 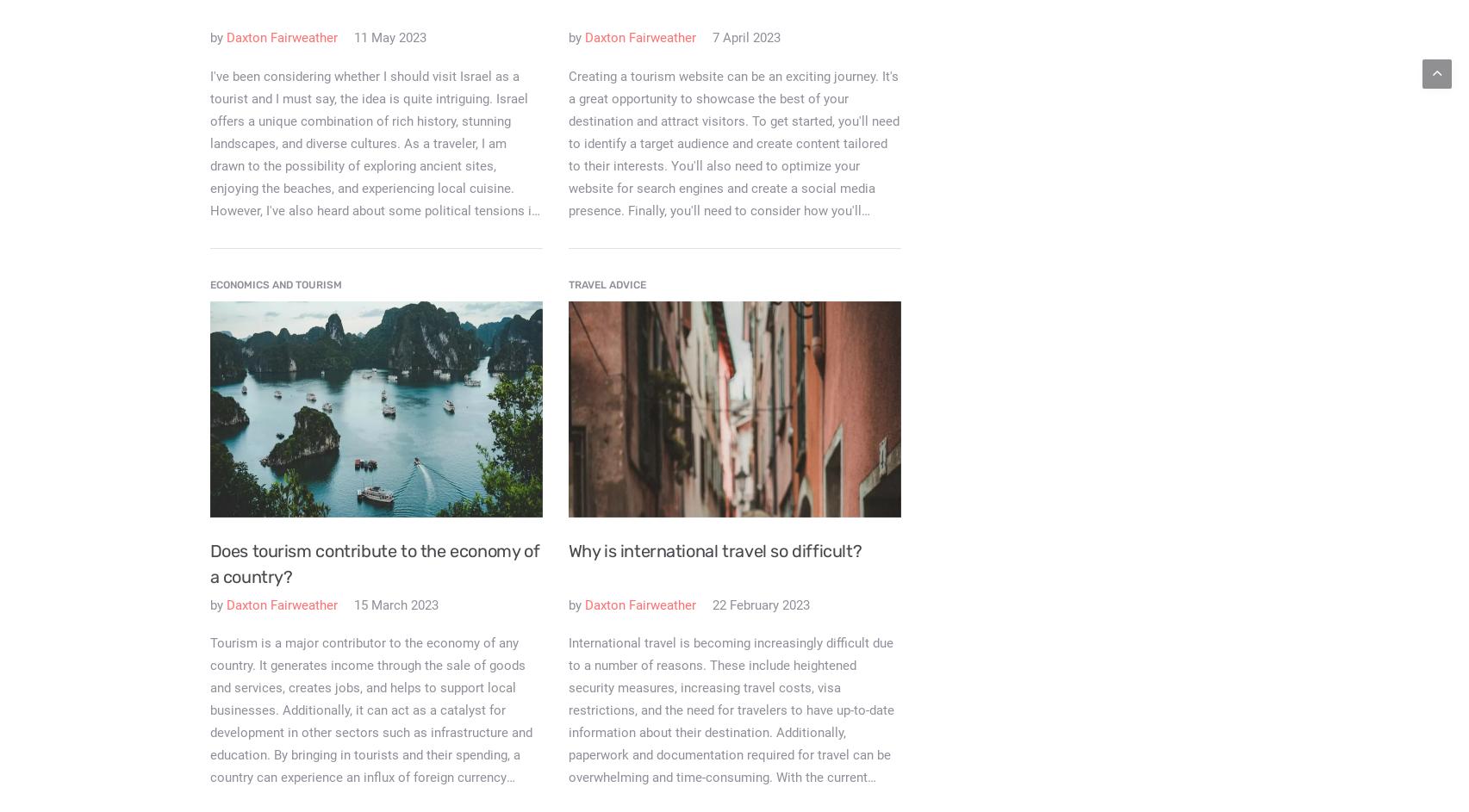 What do you see at coordinates (759, 603) in the screenshot?
I see `'22 February 2023'` at bounding box center [759, 603].